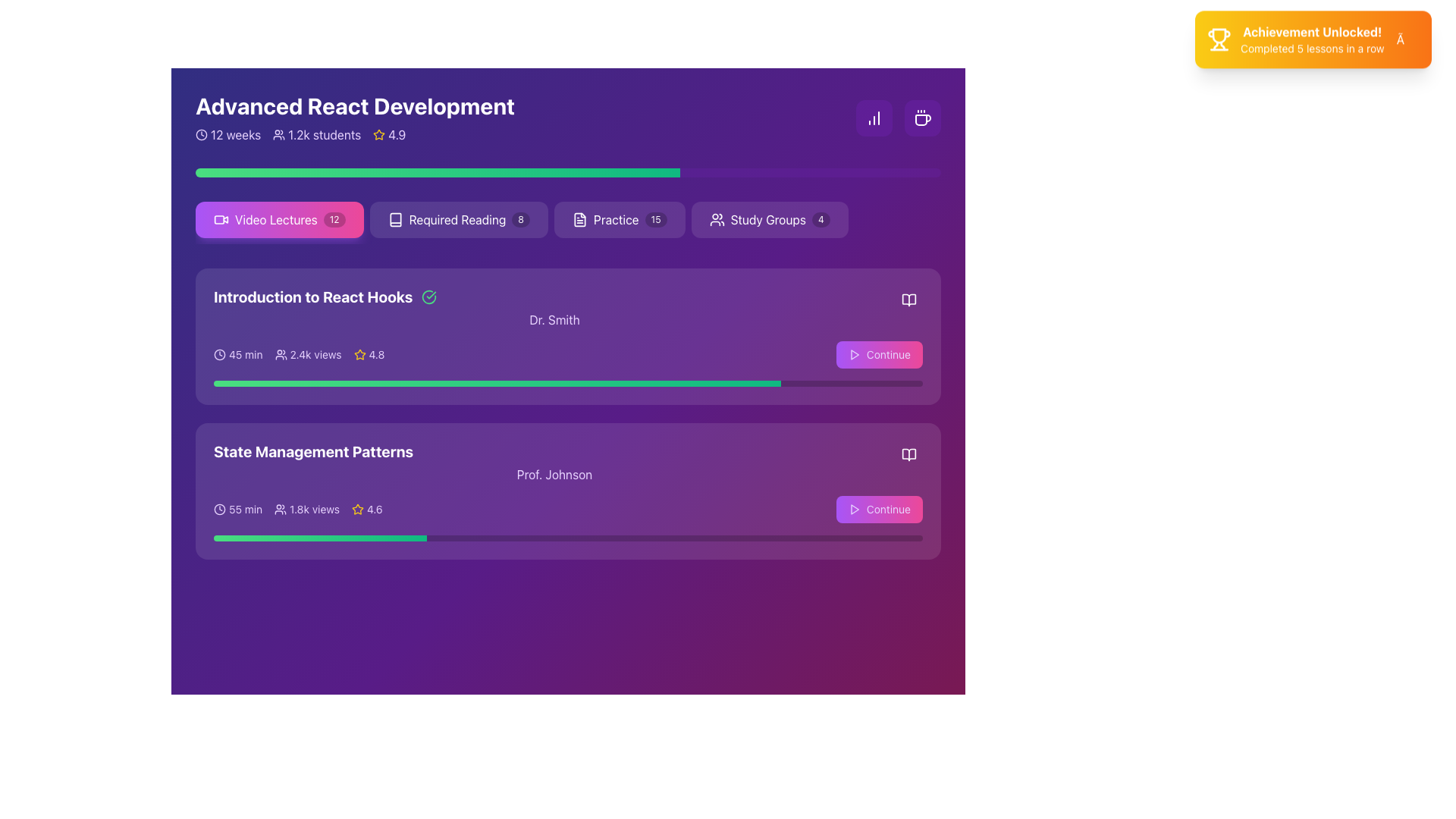  I want to click on text displaying '2.4k views' alongside the icon of overlapping silhouettes, styled in white on a purple background, located in the middle section of 'Introduction to React Hooks', so click(307, 354).